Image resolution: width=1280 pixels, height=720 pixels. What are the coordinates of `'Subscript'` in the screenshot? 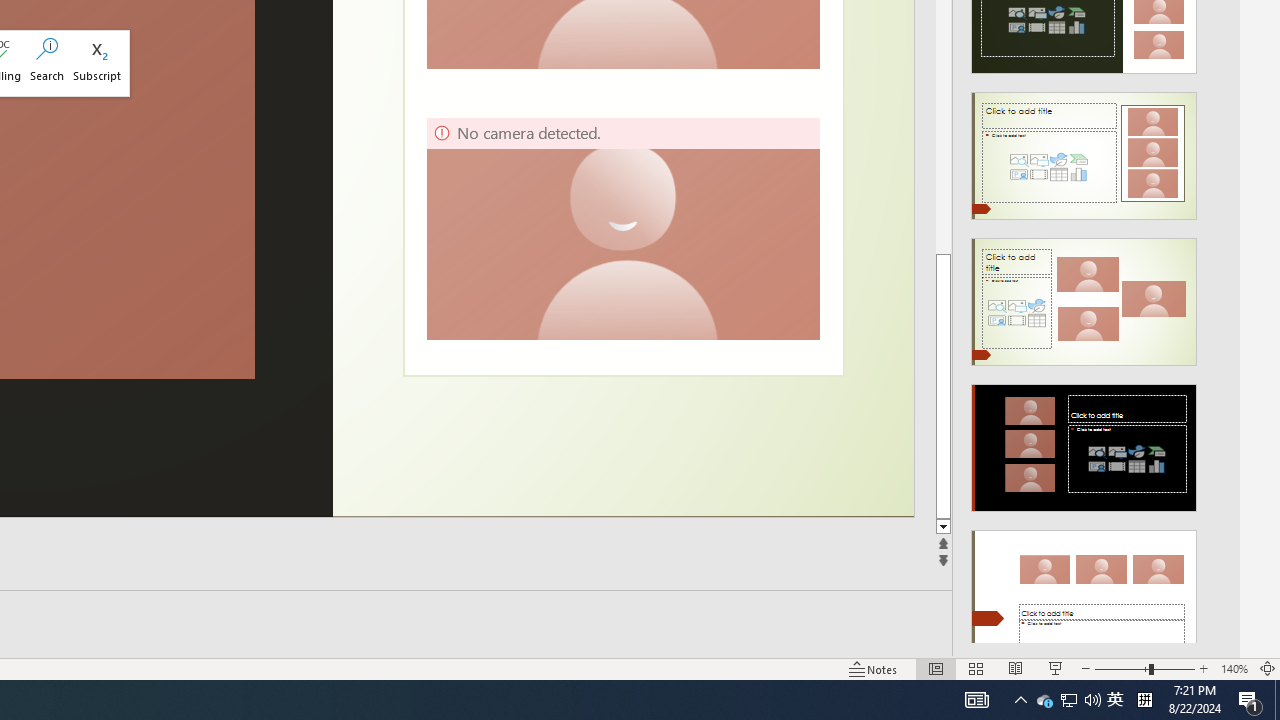 It's located at (96, 62).